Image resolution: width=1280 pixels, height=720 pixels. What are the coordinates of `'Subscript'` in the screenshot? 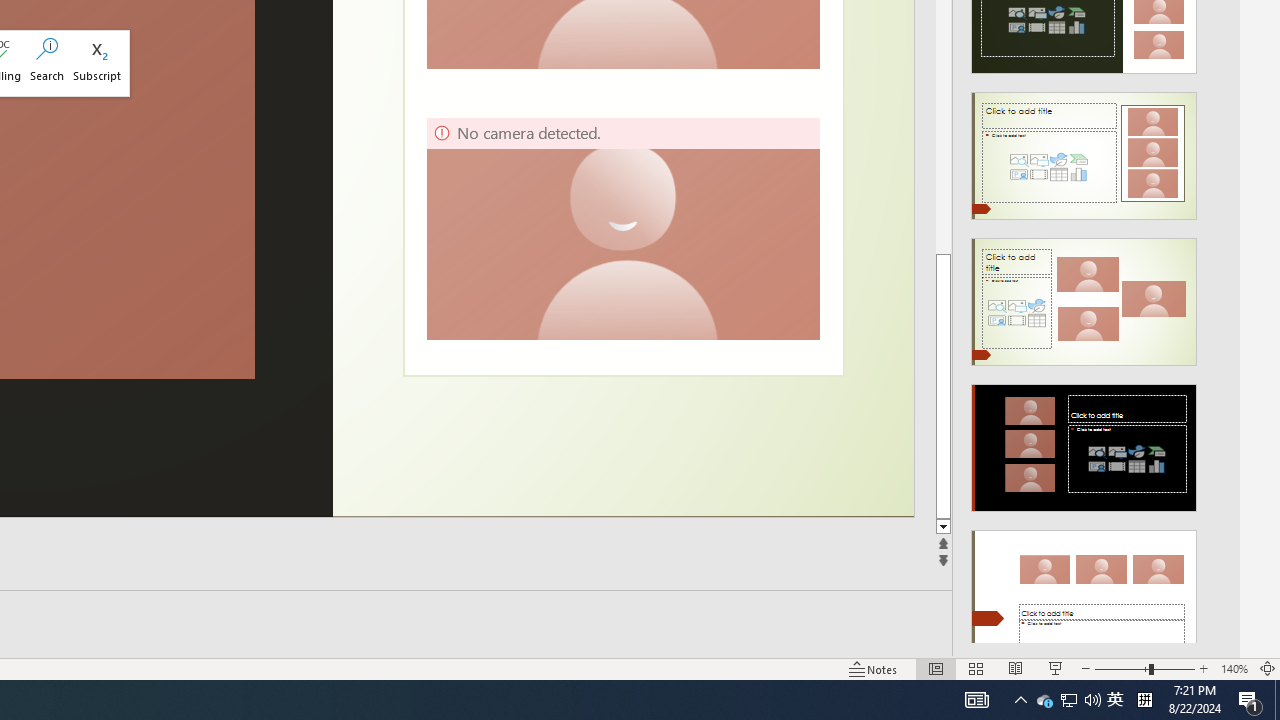 It's located at (96, 62).